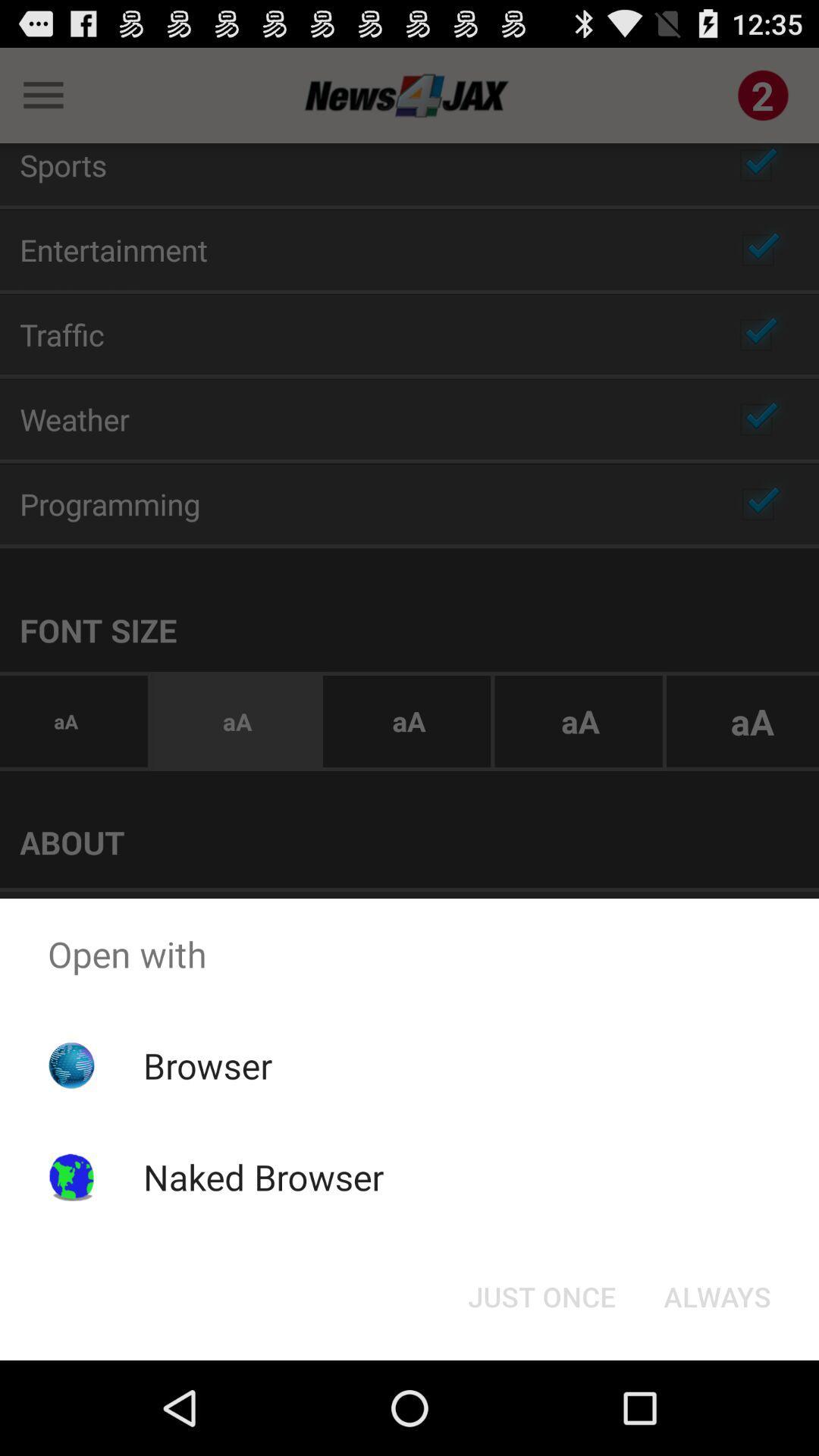  What do you see at coordinates (717, 1295) in the screenshot?
I see `the always item` at bounding box center [717, 1295].